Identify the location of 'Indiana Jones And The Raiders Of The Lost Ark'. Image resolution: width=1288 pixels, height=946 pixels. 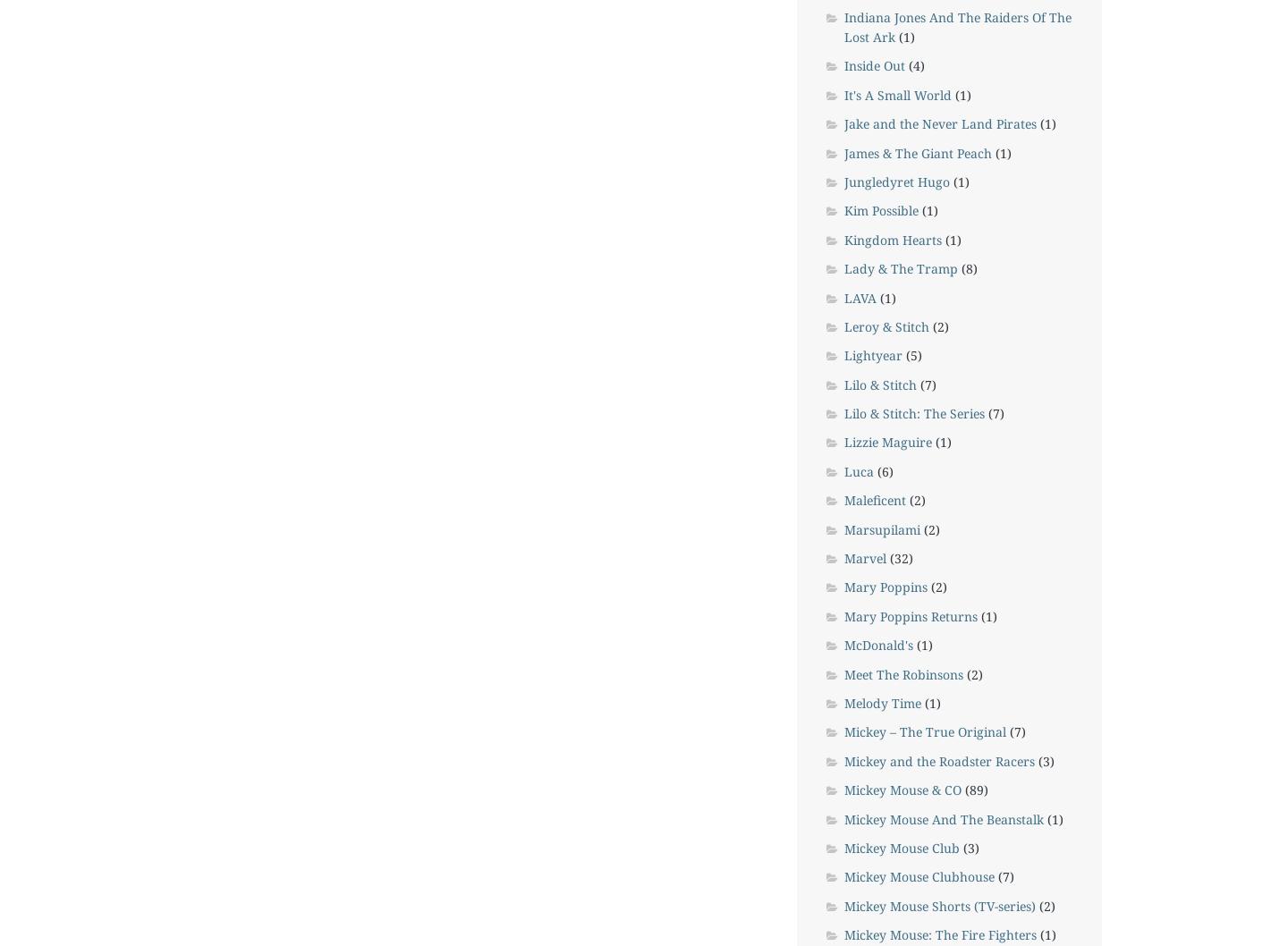
(957, 26).